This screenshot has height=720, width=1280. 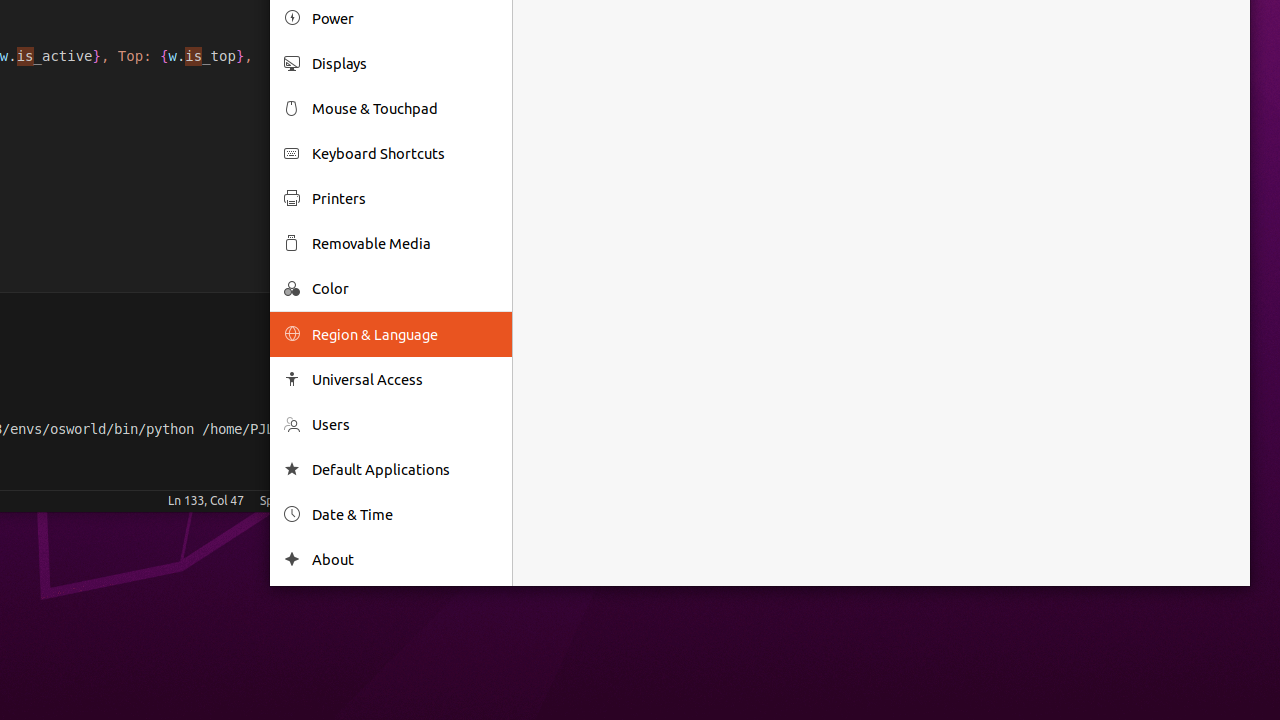 I want to click on 'Removable Media', so click(x=403, y=242).